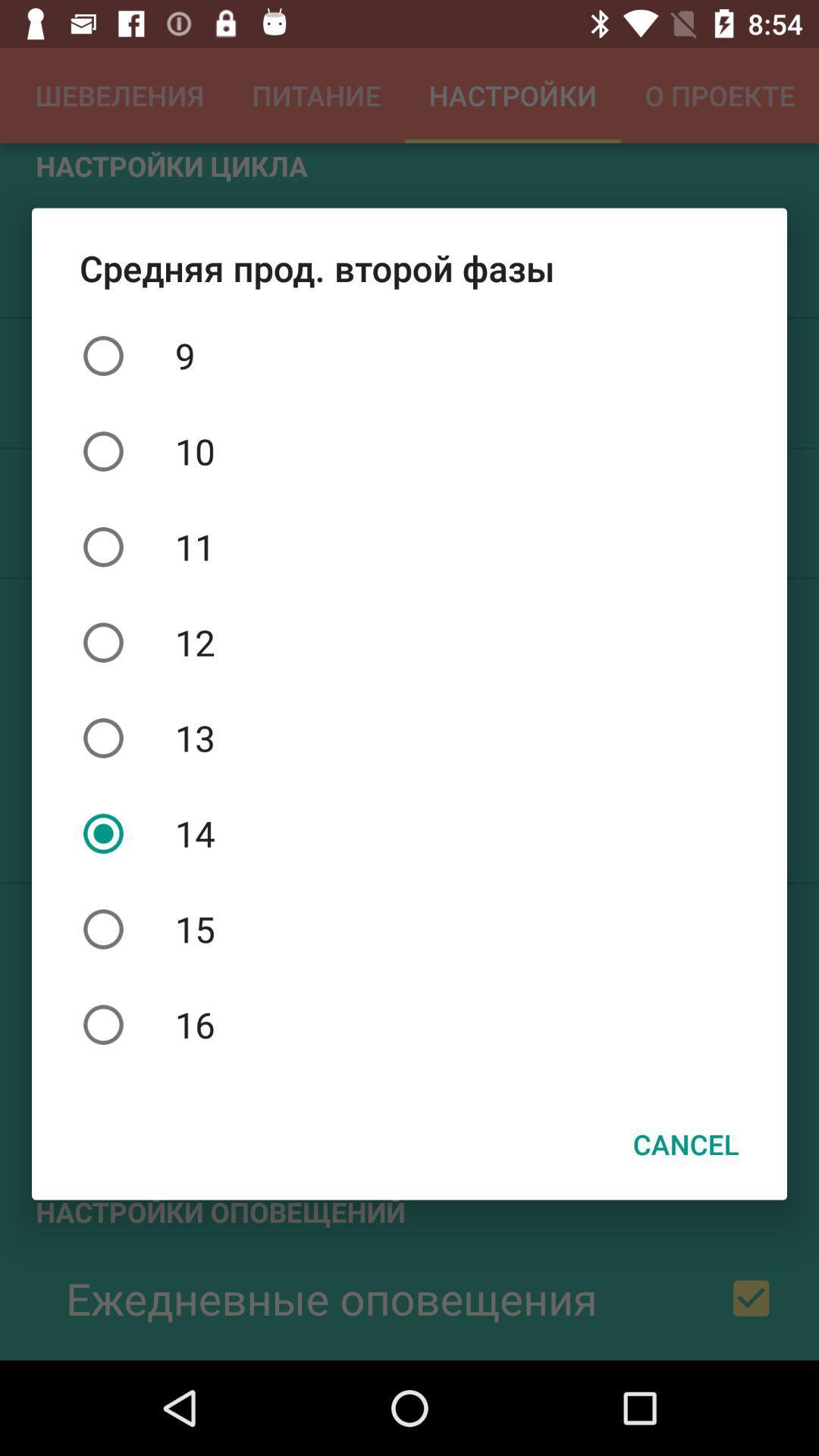 Image resolution: width=819 pixels, height=1456 pixels. What do you see at coordinates (409, 738) in the screenshot?
I see `the 13` at bounding box center [409, 738].